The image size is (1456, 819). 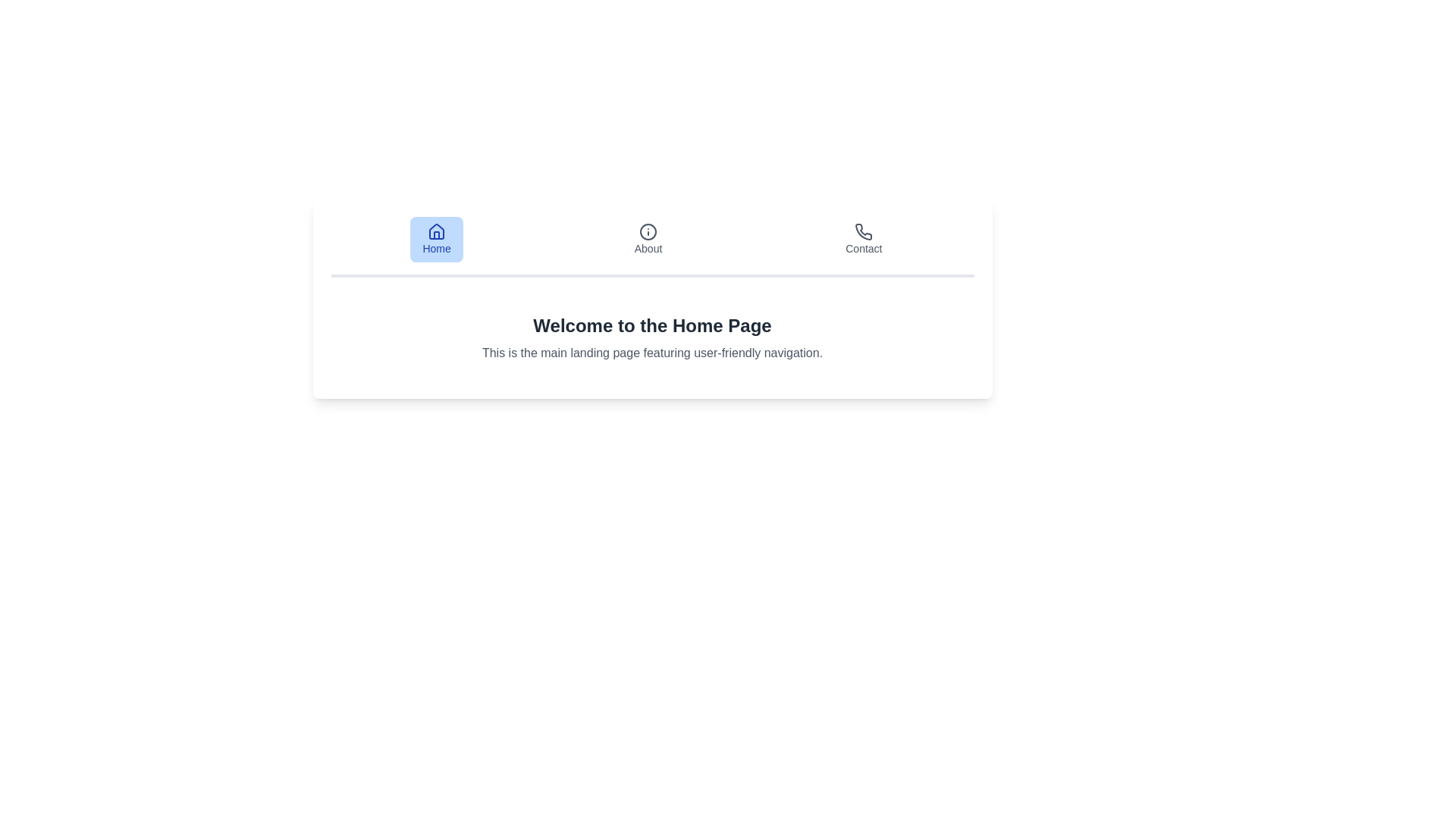 What do you see at coordinates (863, 239) in the screenshot?
I see `the Contact tab to view its content` at bounding box center [863, 239].